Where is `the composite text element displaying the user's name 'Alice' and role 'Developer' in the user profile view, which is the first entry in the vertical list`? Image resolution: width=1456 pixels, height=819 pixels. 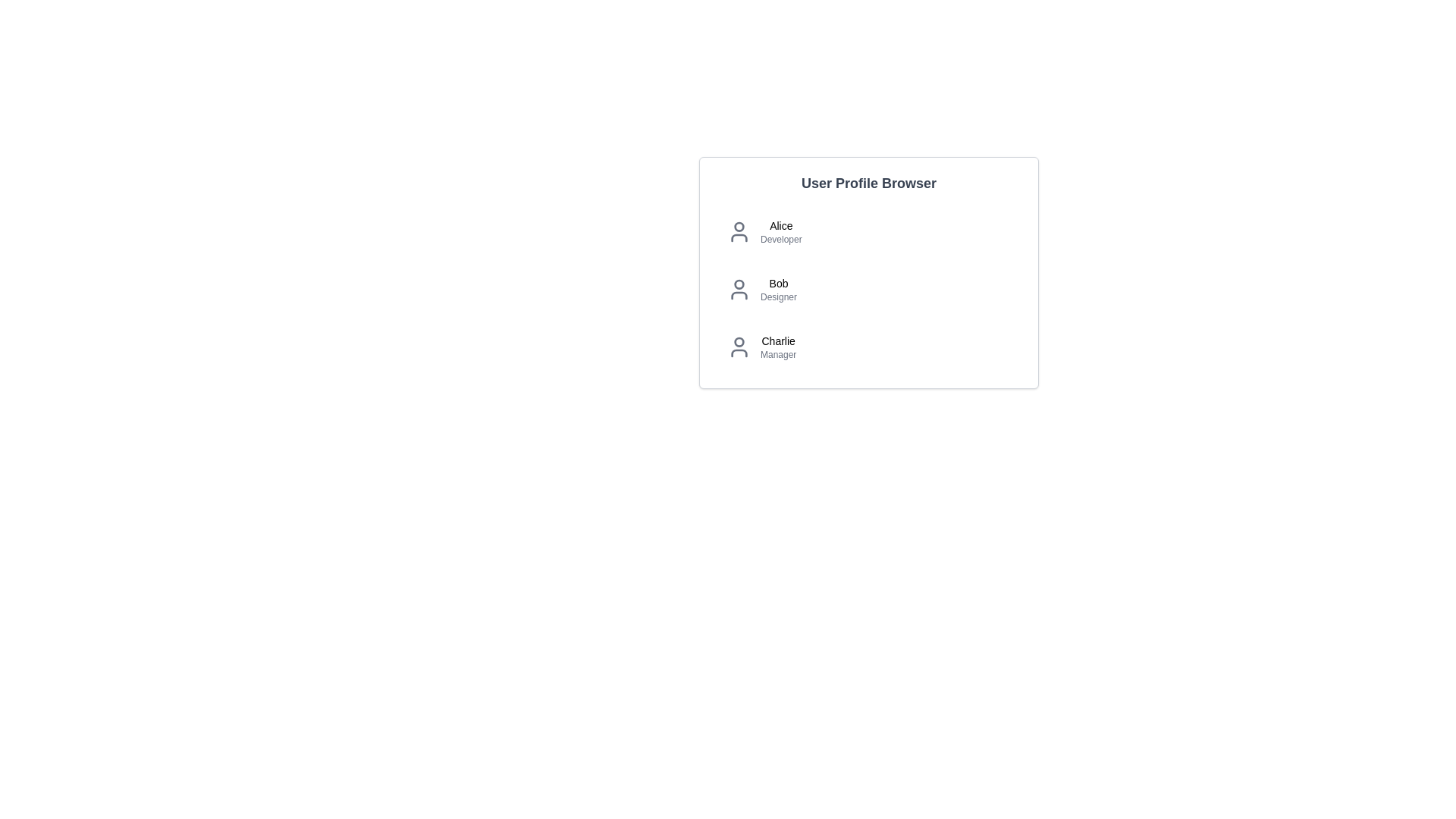 the composite text element displaying the user's name 'Alice' and role 'Developer' in the user profile view, which is the first entry in the vertical list is located at coordinates (781, 231).